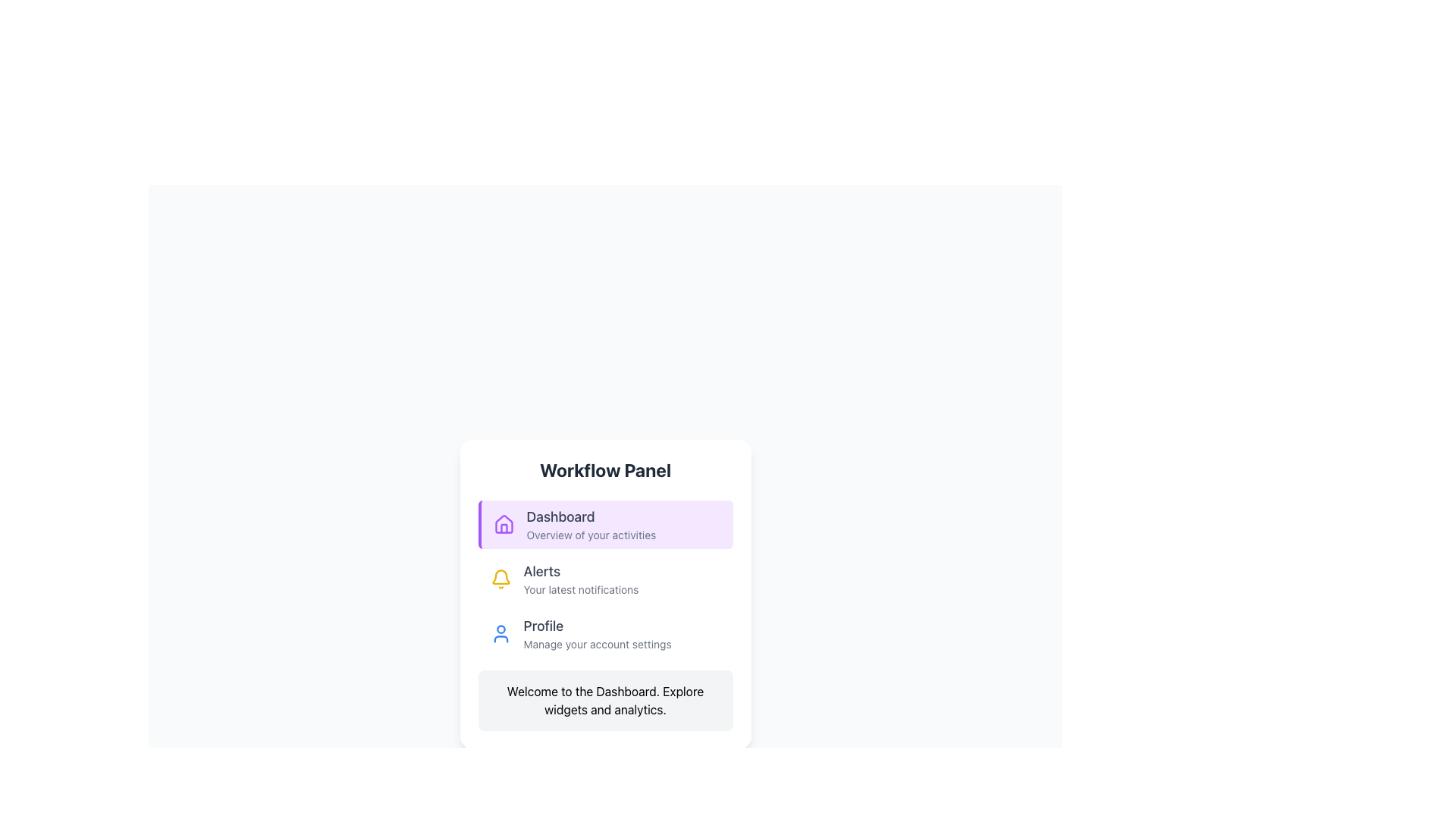 Image resolution: width=1456 pixels, height=819 pixels. What do you see at coordinates (590, 516) in the screenshot?
I see `the 'Dashboard' text label element, which is styled in gray and located in the sidebar under the 'Workflow Panel'` at bounding box center [590, 516].